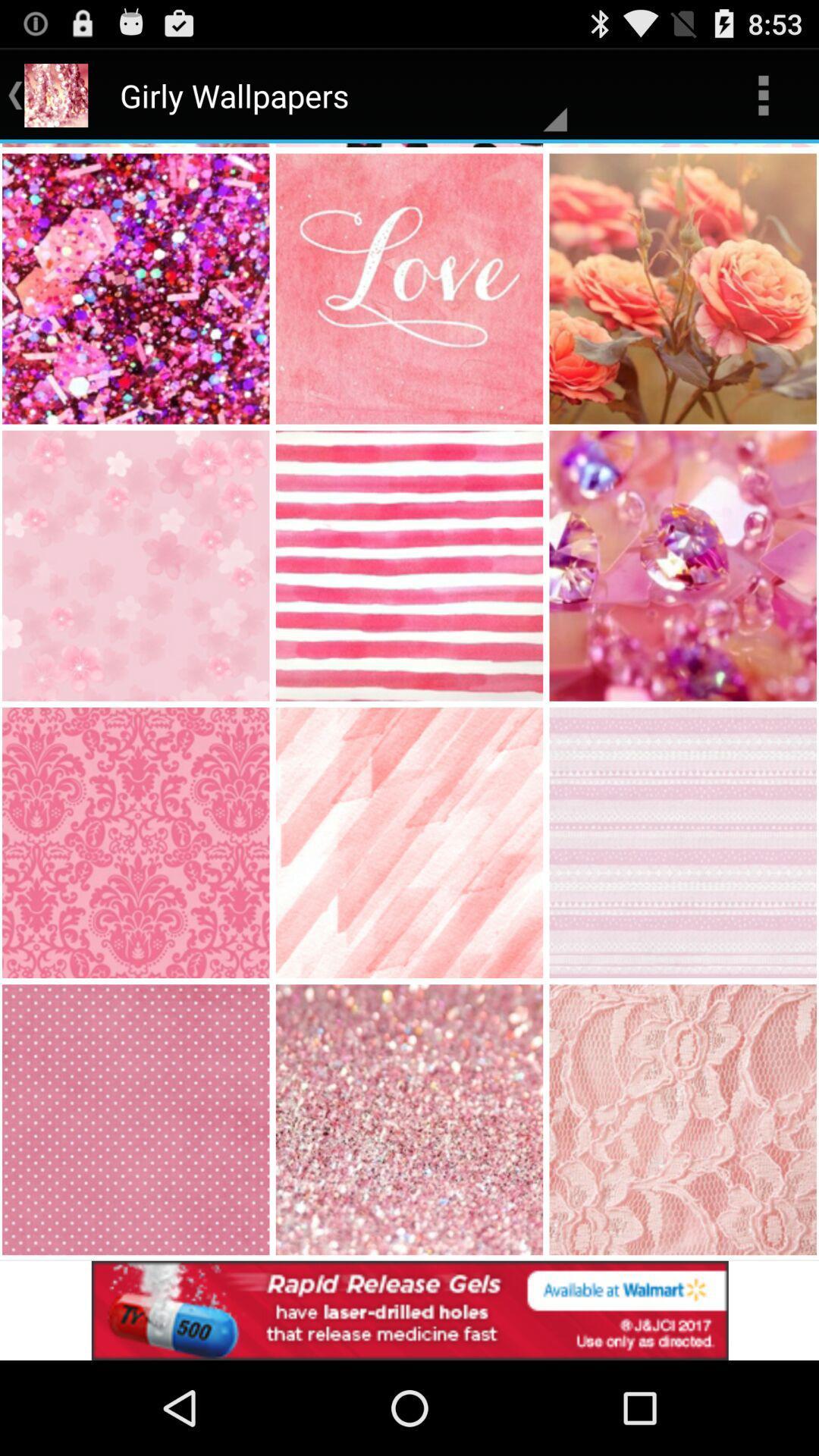  I want to click on advertisement, so click(409, 1310).